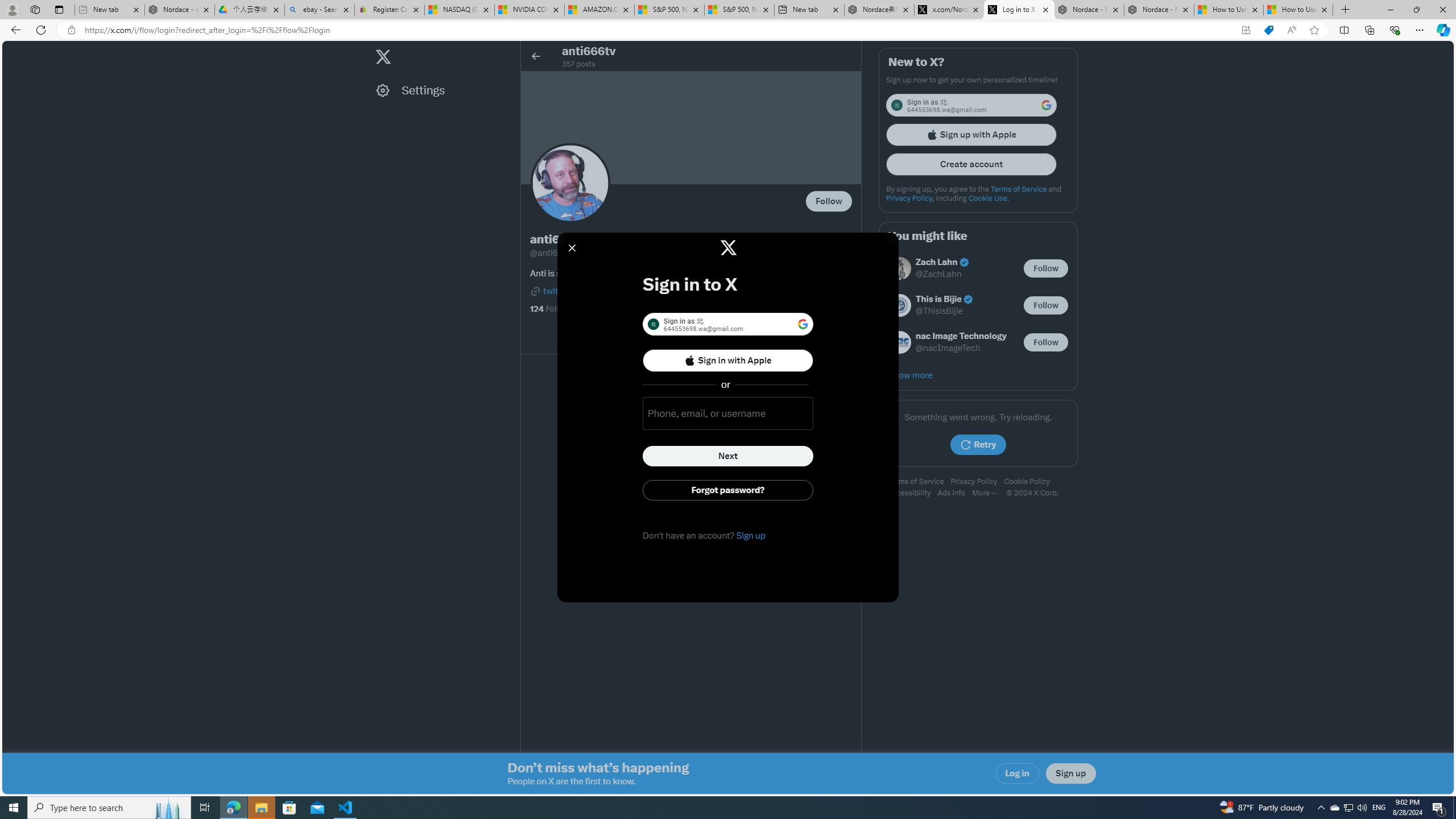 The height and width of the screenshot is (819, 1456). What do you see at coordinates (35, 9) in the screenshot?
I see `'Workspaces'` at bounding box center [35, 9].